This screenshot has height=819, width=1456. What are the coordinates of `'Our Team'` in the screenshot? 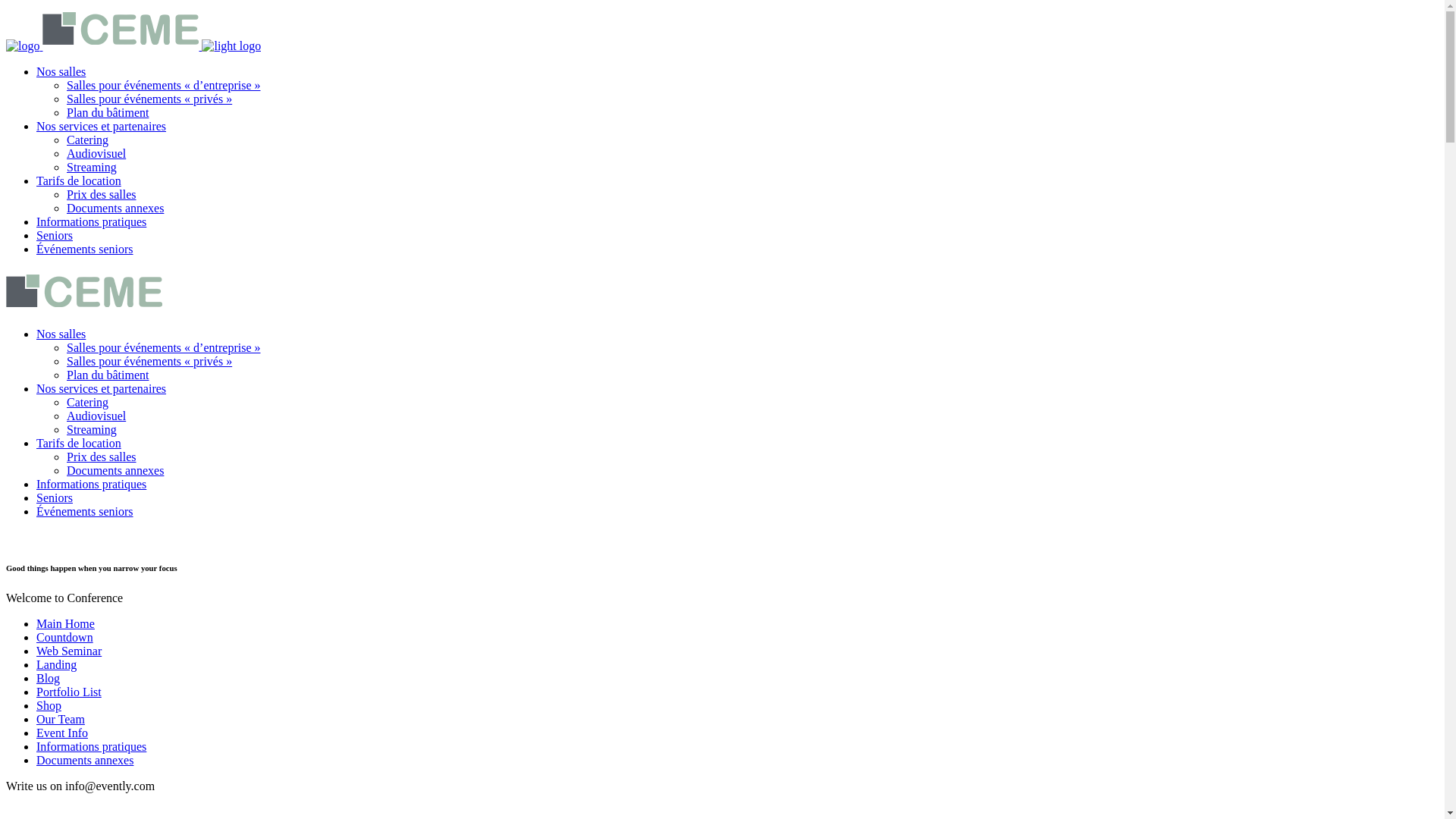 It's located at (61, 718).